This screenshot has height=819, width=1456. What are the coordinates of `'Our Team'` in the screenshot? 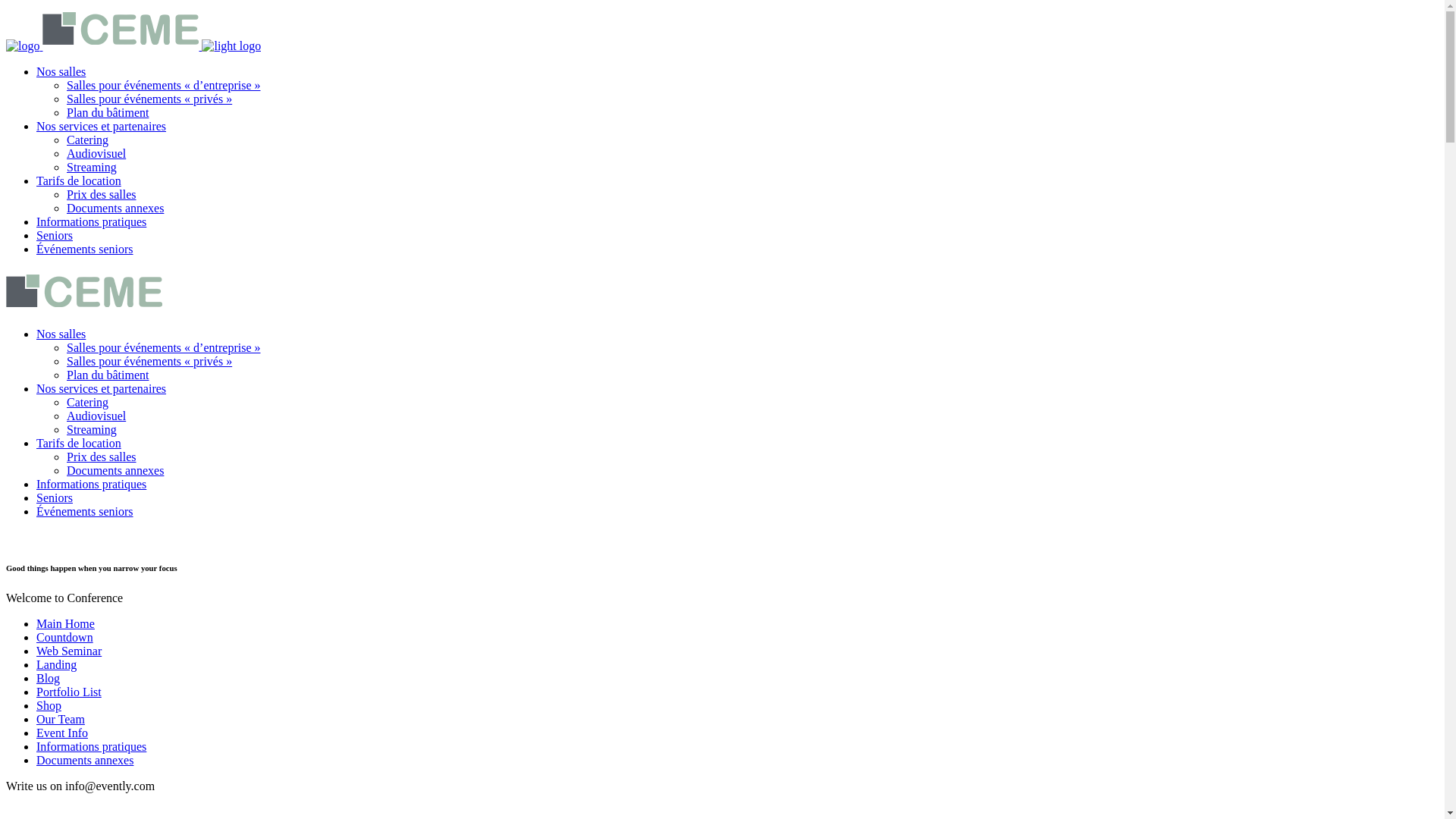 It's located at (61, 718).